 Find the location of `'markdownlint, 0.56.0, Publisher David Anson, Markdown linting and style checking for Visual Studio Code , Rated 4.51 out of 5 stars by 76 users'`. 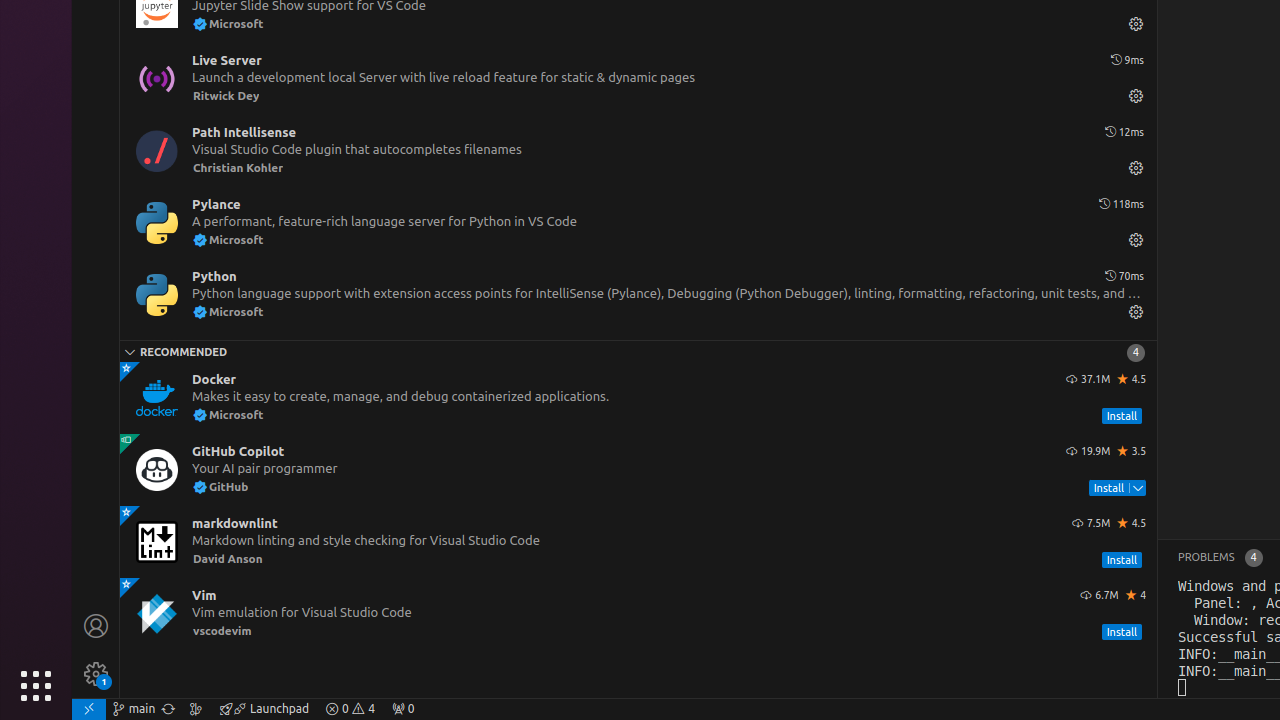

'markdownlint, 0.56.0, Publisher David Anson, Markdown linting and style checking for Visual Studio Code , Rated 4.51 out of 5 stars by 76 users' is located at coordinates (637, 542).